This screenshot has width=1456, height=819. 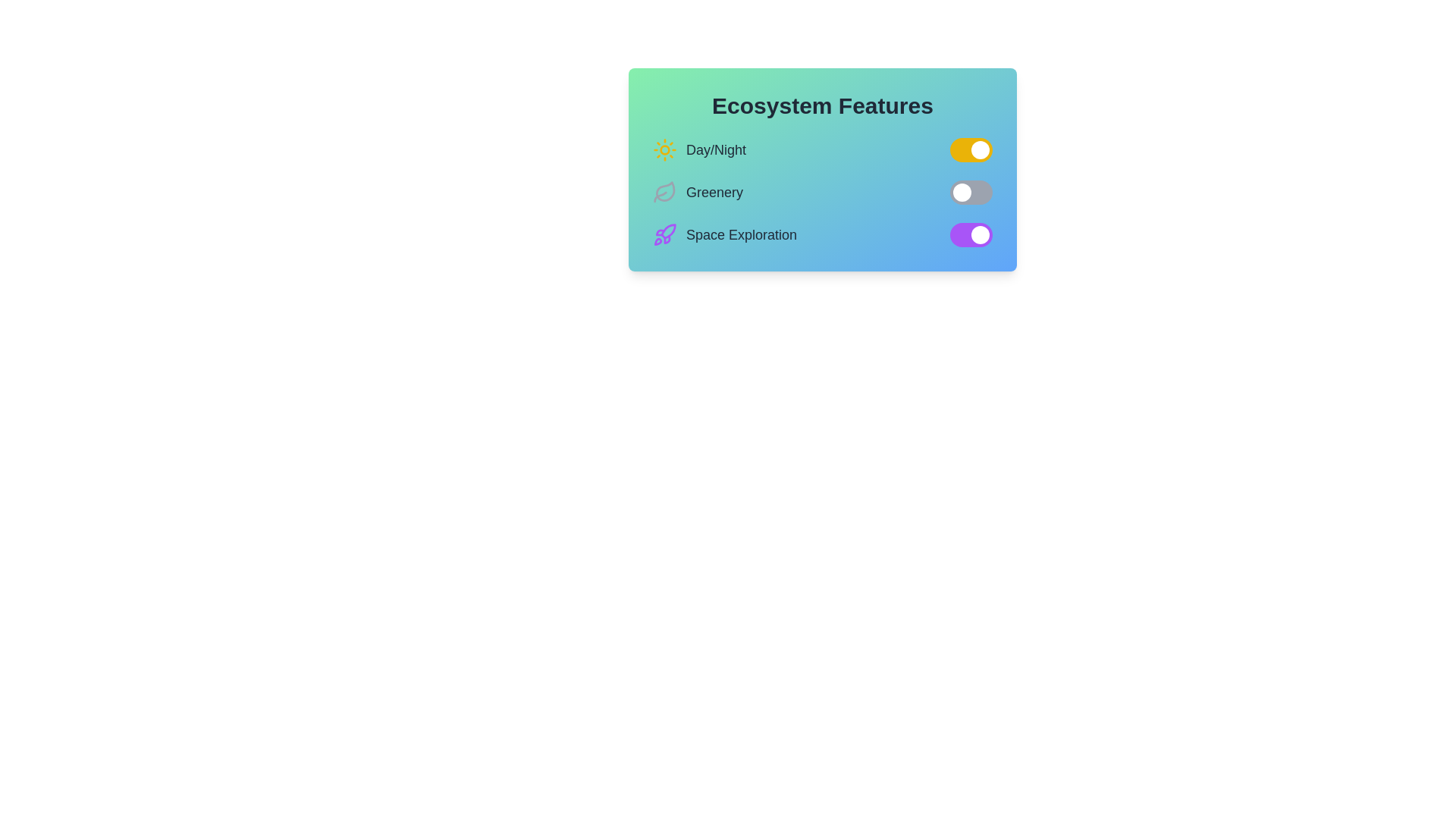 I want to click on label of the 'Greenery' feature, which is represented by a gray leaf icon and bold text next to it, so click(x=697, y=192).